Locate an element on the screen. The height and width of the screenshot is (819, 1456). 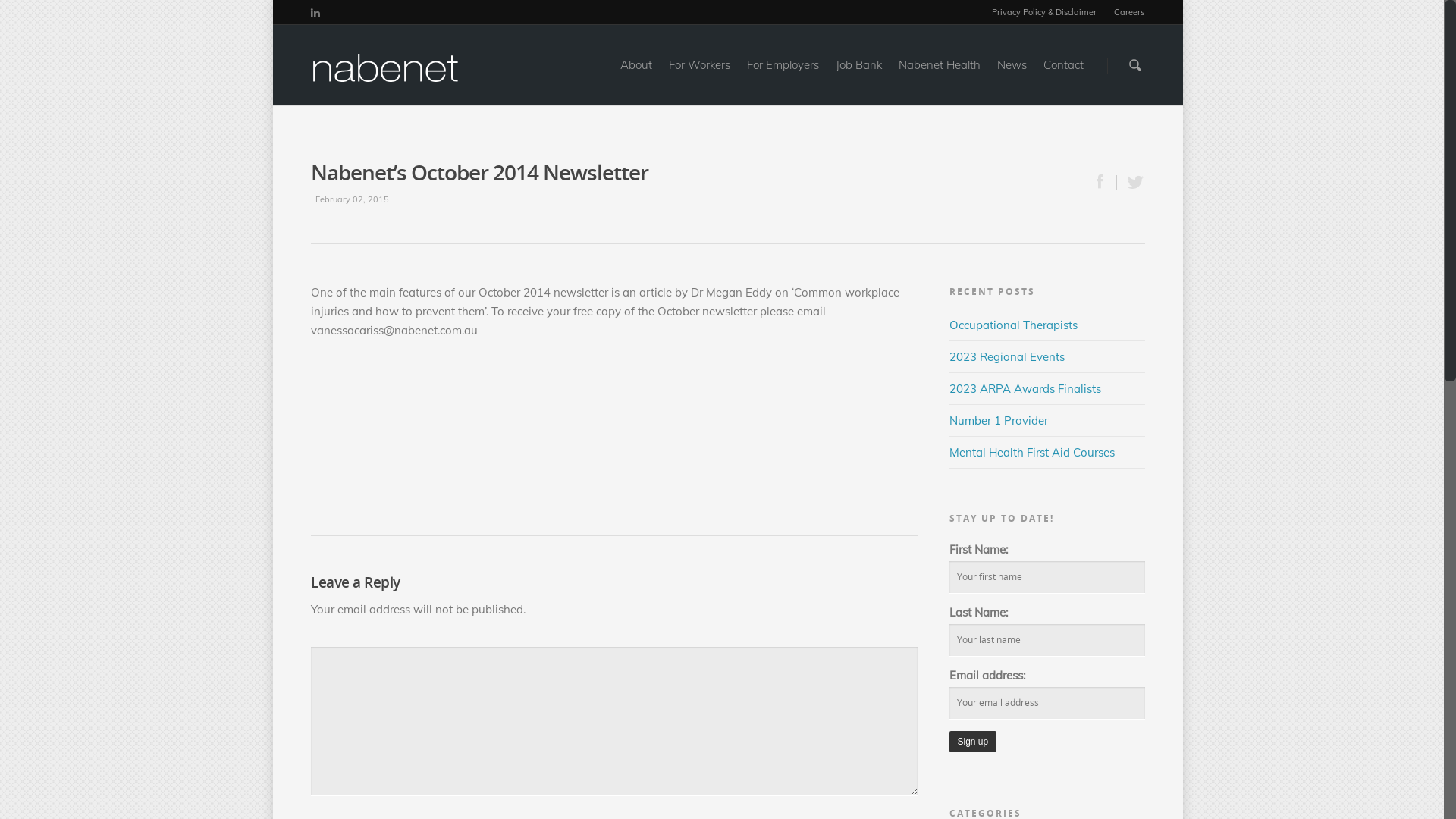
'News' is located at coordinates (1012, 76).